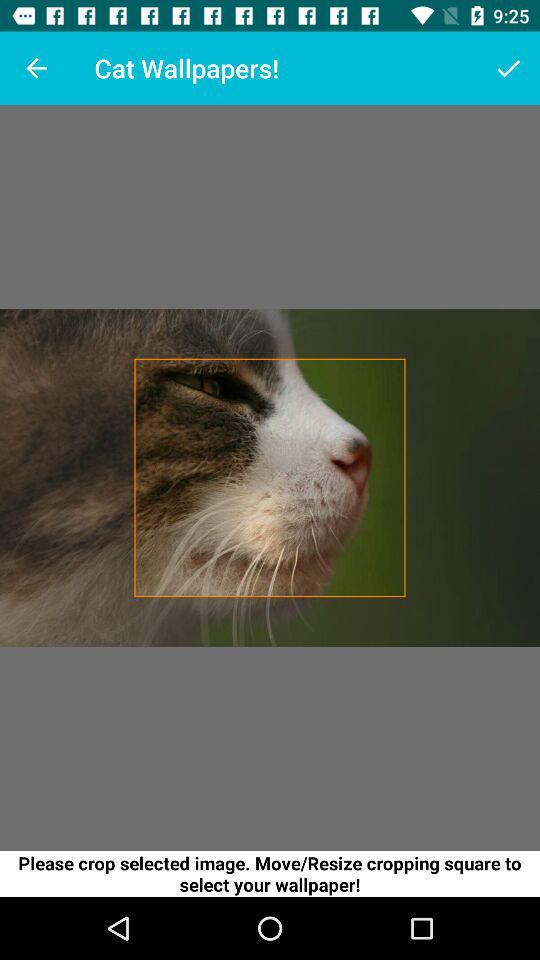 This screenshot has height=960, width=540. Describe the element at coordinates (36, 68) in the screenshot. I see `item next to the cat wallpapers! item` at that location.